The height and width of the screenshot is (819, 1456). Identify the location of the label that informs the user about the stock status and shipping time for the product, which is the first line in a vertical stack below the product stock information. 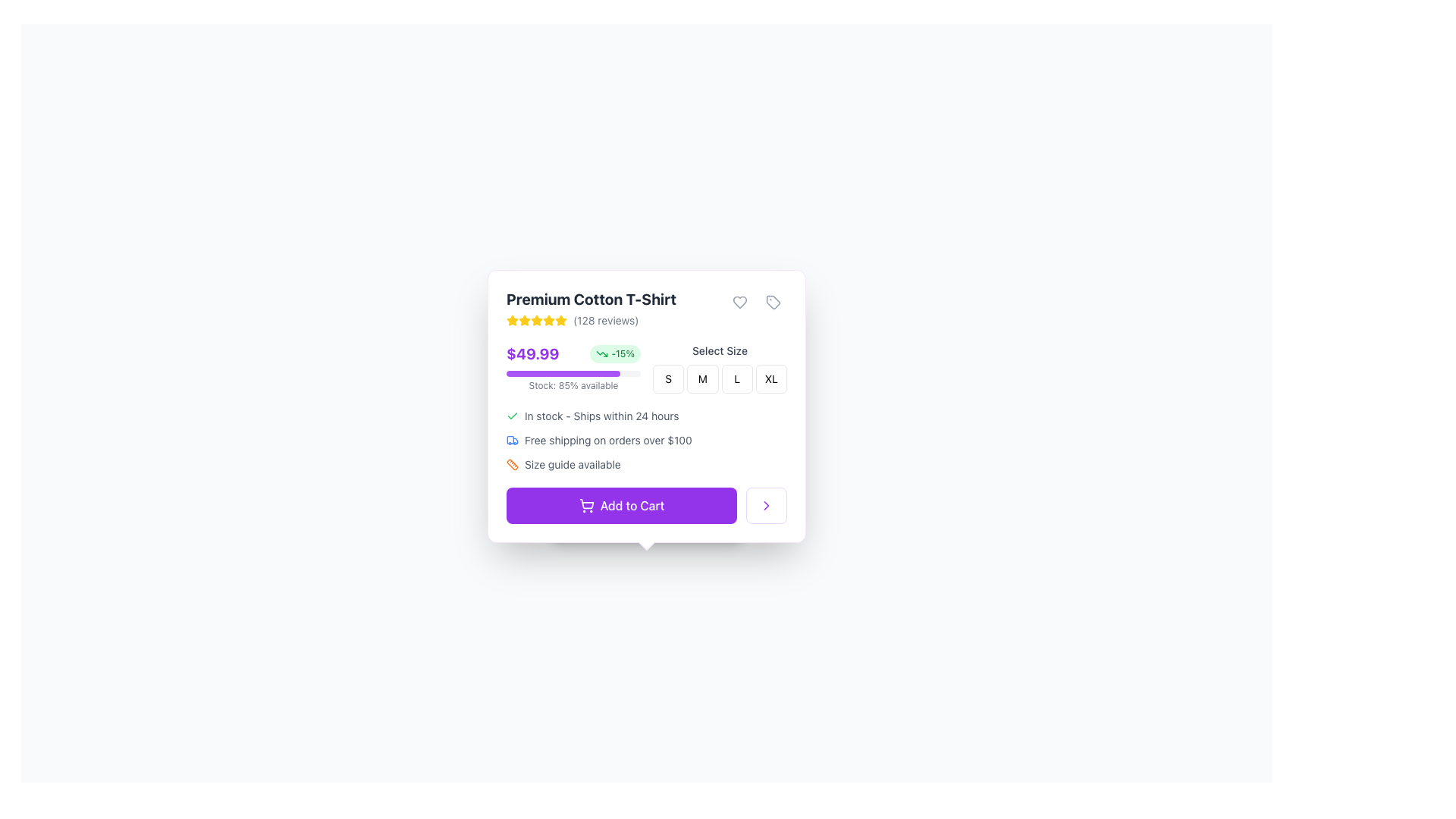
(647, 416).